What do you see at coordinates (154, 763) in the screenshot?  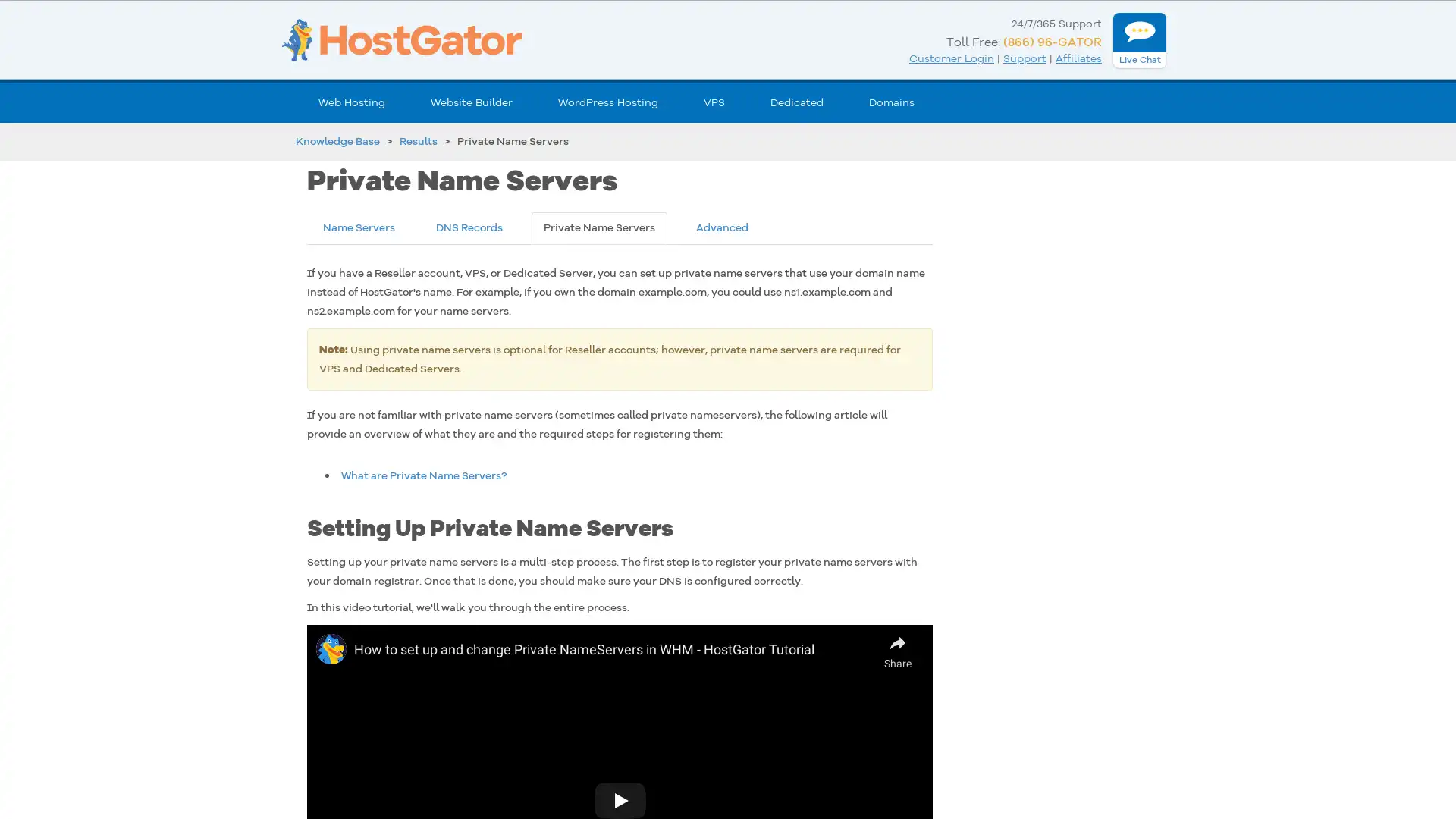 I see `Cookies Settings` at bounding box center [154, 763].